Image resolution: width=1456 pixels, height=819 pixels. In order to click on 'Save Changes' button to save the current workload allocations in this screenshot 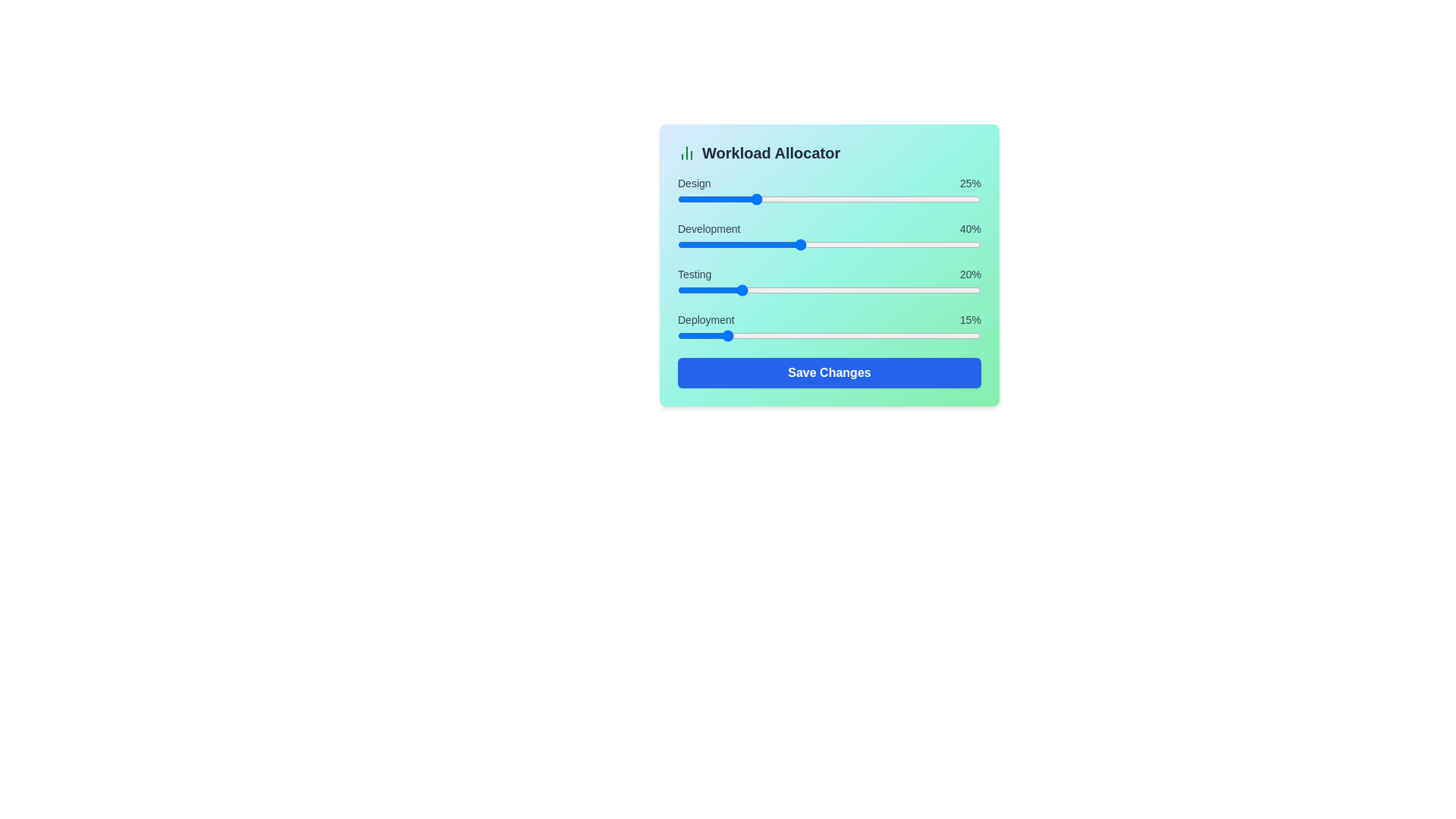, I will do `click(829, 373)`.